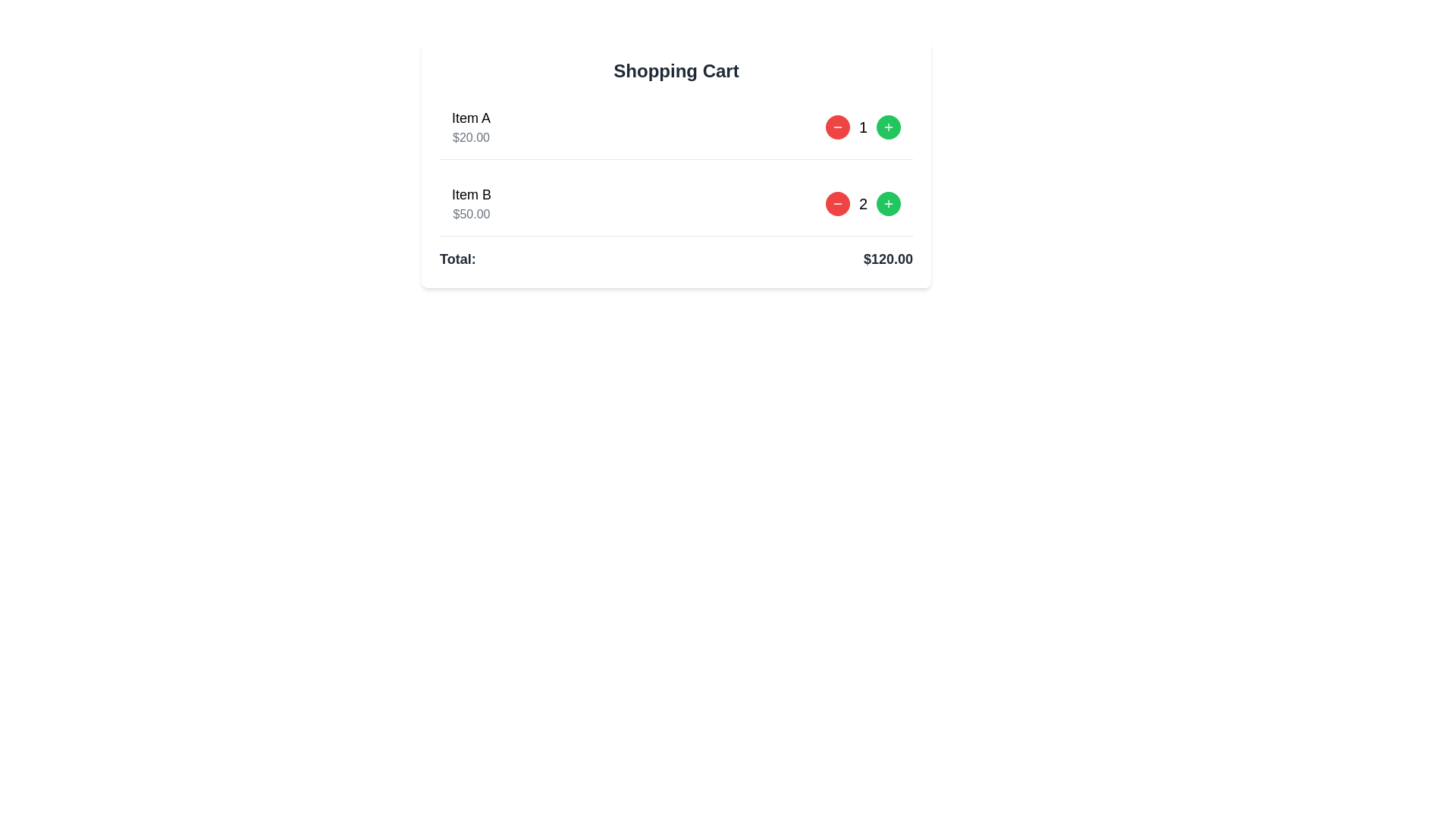 The image size is (1456, 819). What do you see at coordinates (470, 127) in the screenshot?
I see `text from the label displaying 'Item A' and '$20.00' in the shopping cart's first item section` at bounding box center [470, 127].